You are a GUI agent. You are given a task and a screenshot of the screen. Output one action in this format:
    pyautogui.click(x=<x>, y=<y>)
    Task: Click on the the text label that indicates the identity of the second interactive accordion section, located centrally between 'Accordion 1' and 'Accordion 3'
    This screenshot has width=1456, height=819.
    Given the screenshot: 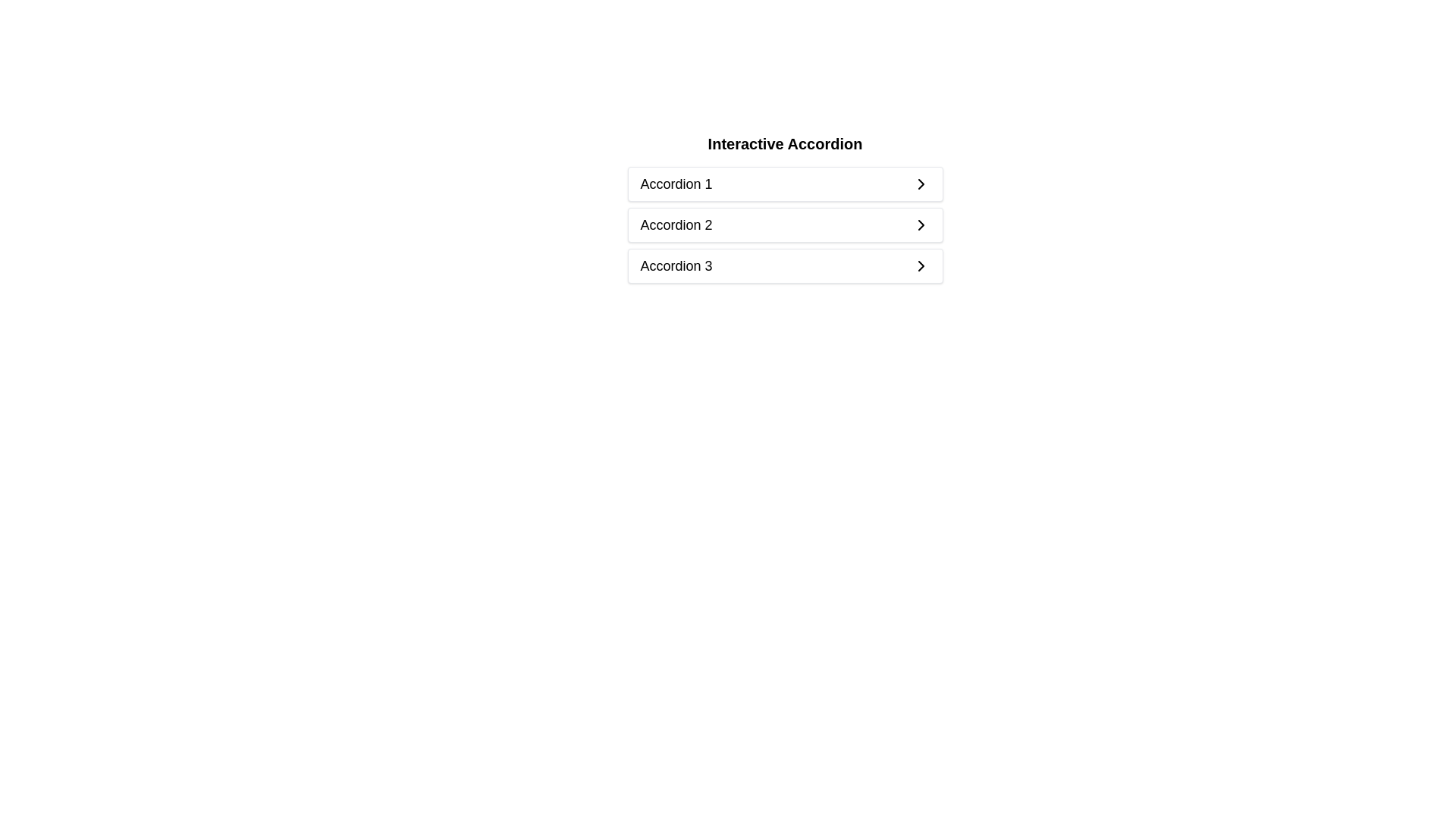 What is the action you would take?
    pyautogui.click(x=676, y=225)
    